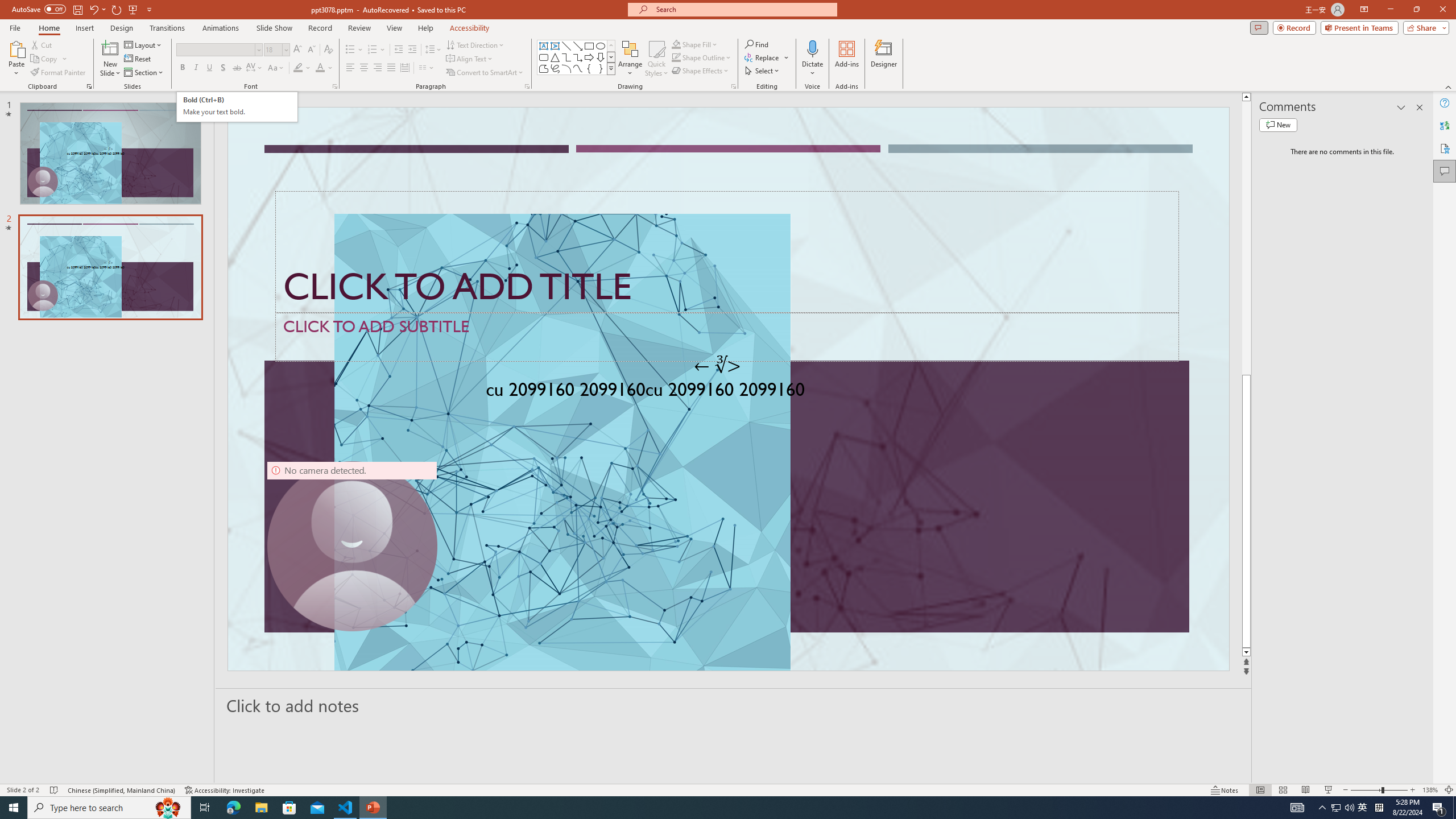 The height and width of the screenshot is (819, 1456). Describe the element at coordinates (110, 48) in the screenshot. I see `'New Slide'` at that location.